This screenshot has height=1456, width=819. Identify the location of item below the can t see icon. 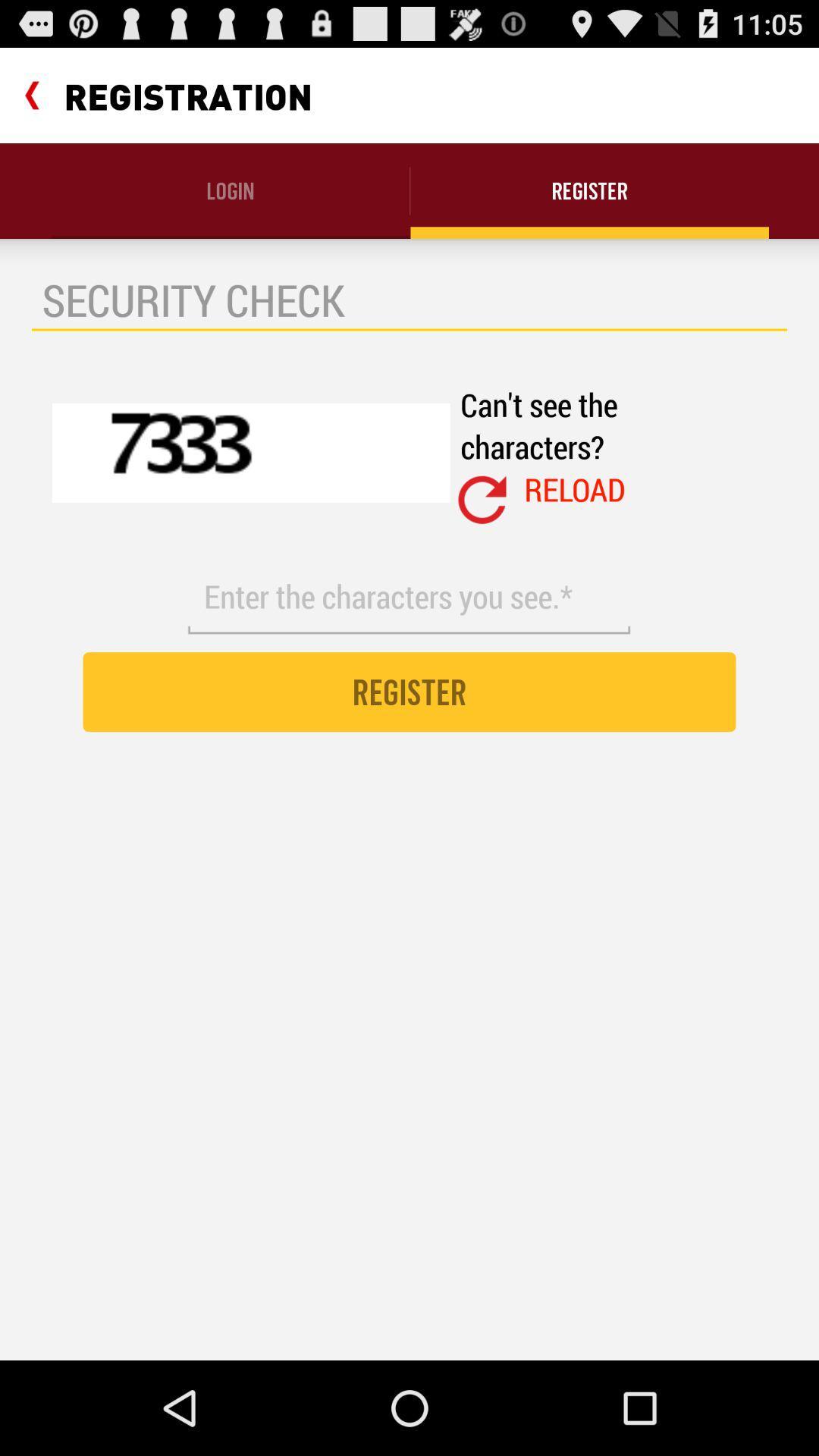
(575, 489).